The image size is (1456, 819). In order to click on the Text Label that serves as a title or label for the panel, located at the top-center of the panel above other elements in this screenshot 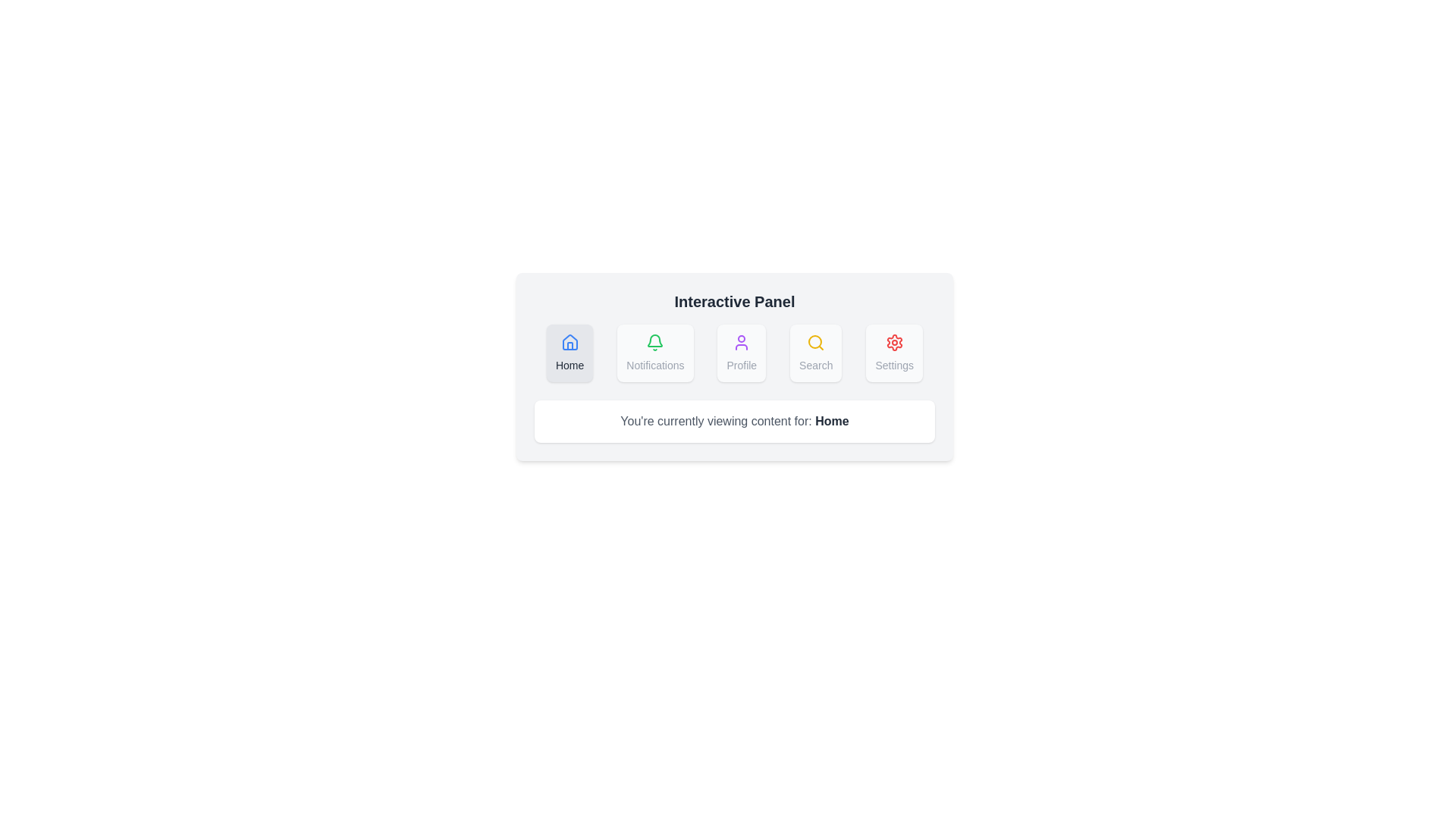, I will do `click(735, 301)`.